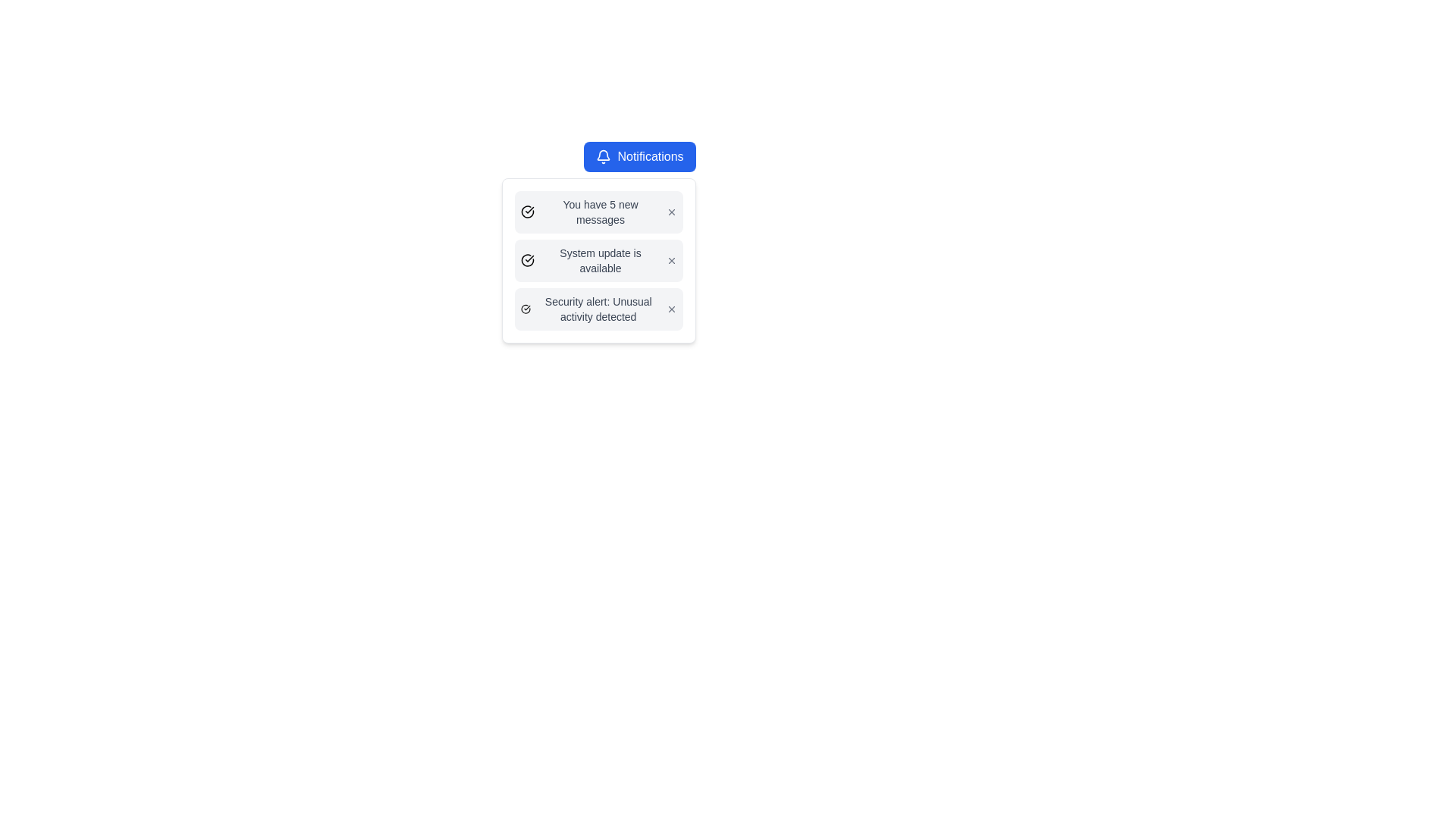 The width and height of the screenshot is (1456, 819). Describe the element at coordinates (603, 157) in the screenshot. I see `the bell-shaped notification icon with a blue background and white stroke lines located` at that location.